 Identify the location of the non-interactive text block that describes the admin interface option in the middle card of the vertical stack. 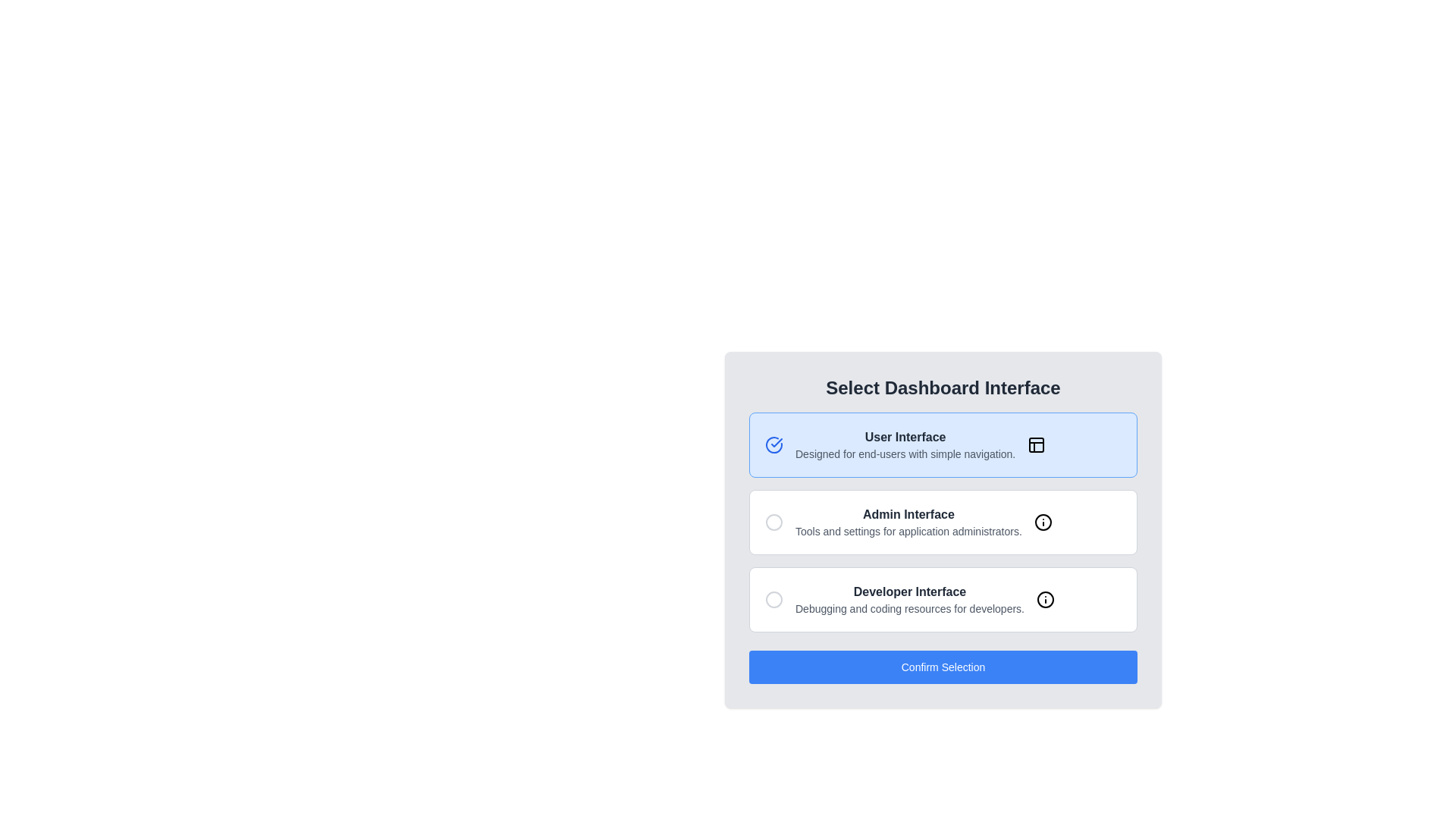
(908, 522).